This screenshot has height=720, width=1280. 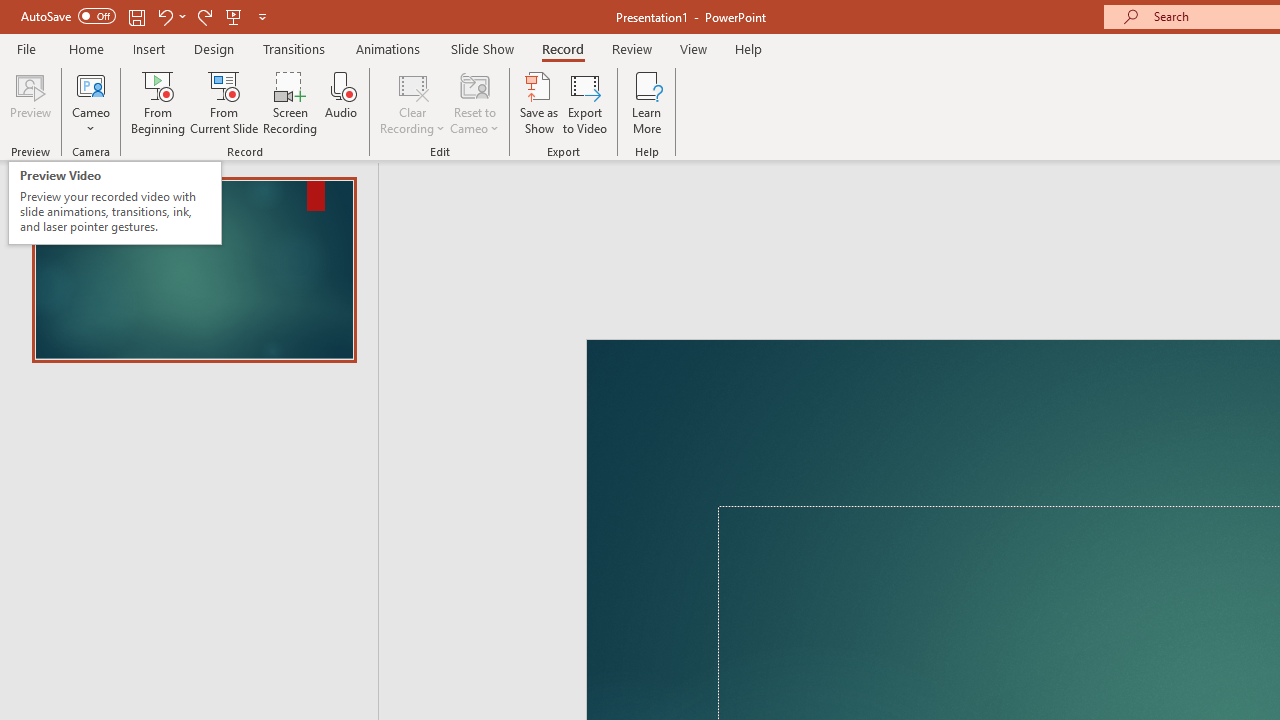 What do you see at coordinates (224, 103) in the screenshot?
I see `'From Current Slide...'` at bounding box center [224, 103].